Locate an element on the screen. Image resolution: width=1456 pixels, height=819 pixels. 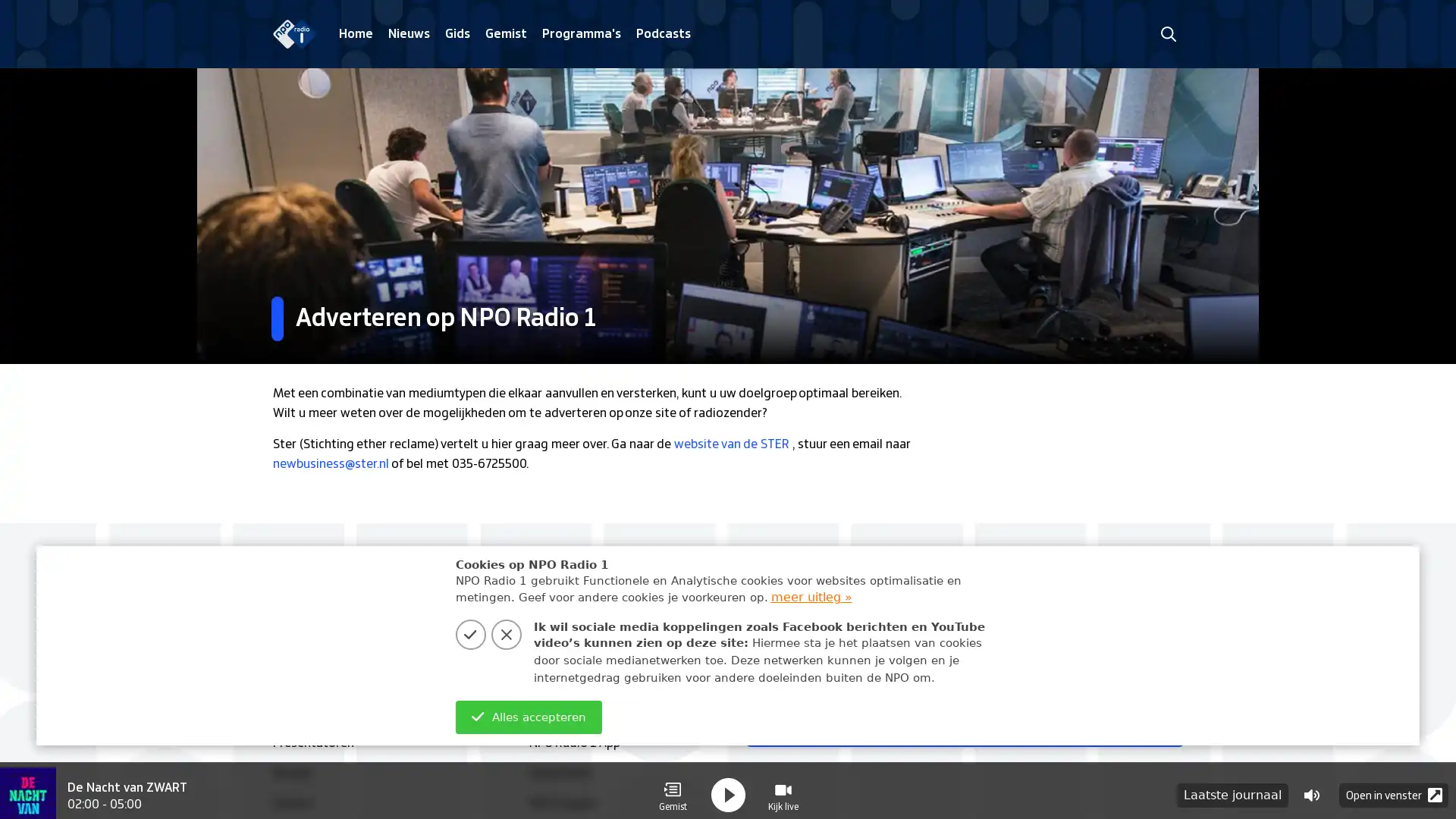
Laatste journaal is located at coordinates (1232, 786).